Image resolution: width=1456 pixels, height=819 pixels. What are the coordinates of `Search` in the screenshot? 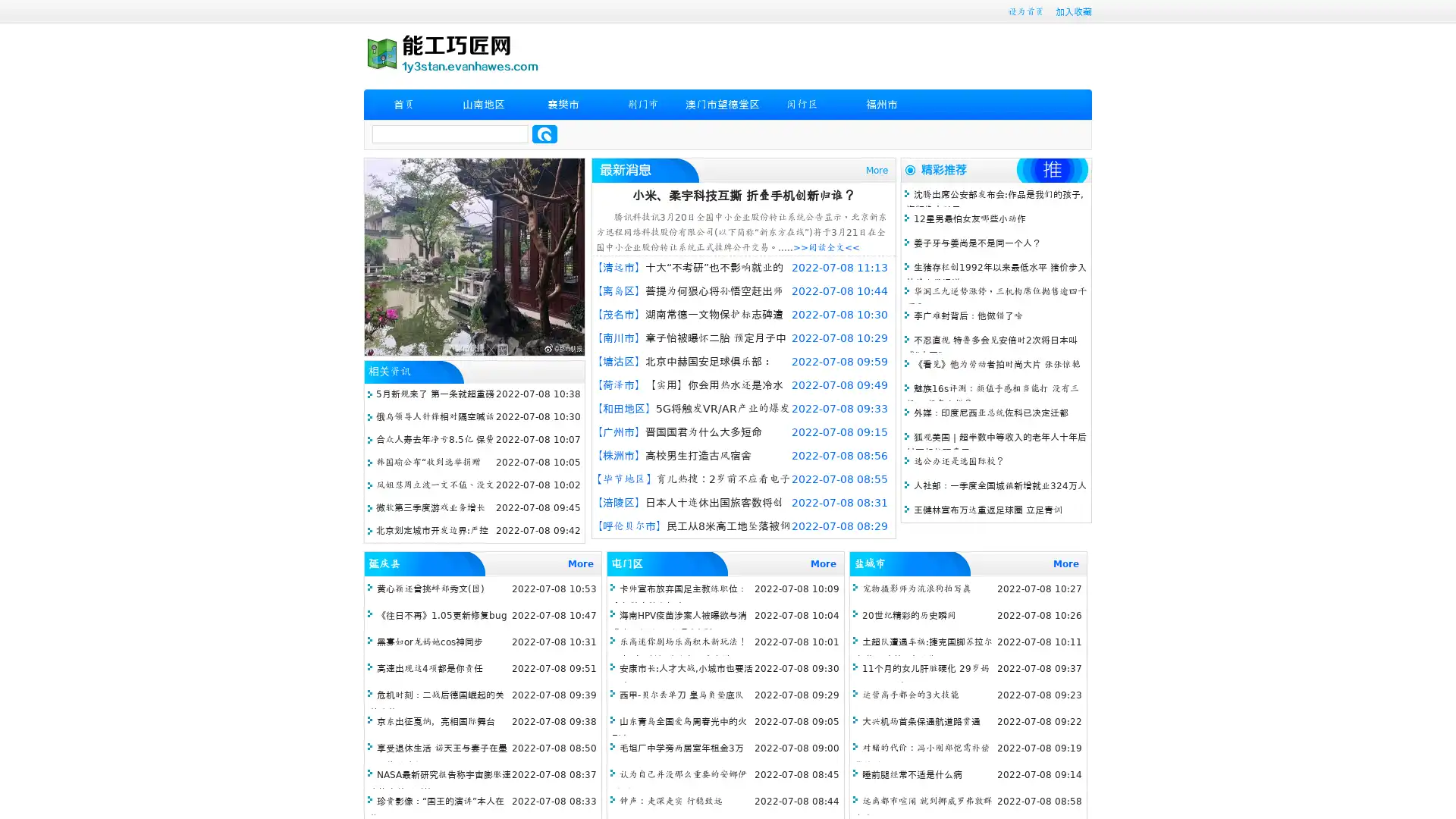 It's located at (544, 133).